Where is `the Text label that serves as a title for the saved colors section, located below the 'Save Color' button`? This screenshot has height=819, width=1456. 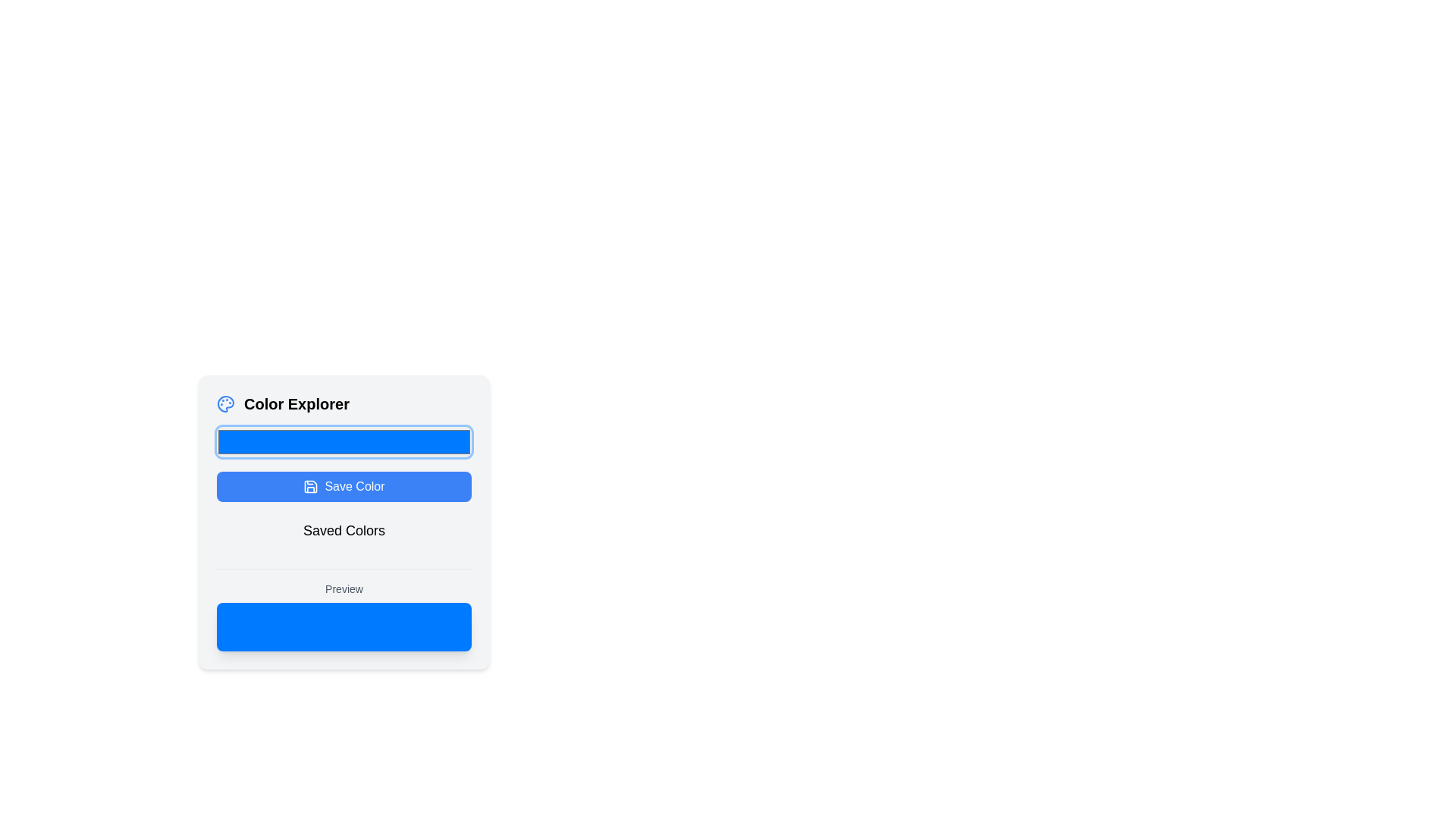 the Text label that serves as a title for the saved colors section, located below the 'Save Color' button is located at coordinates (344, 529).